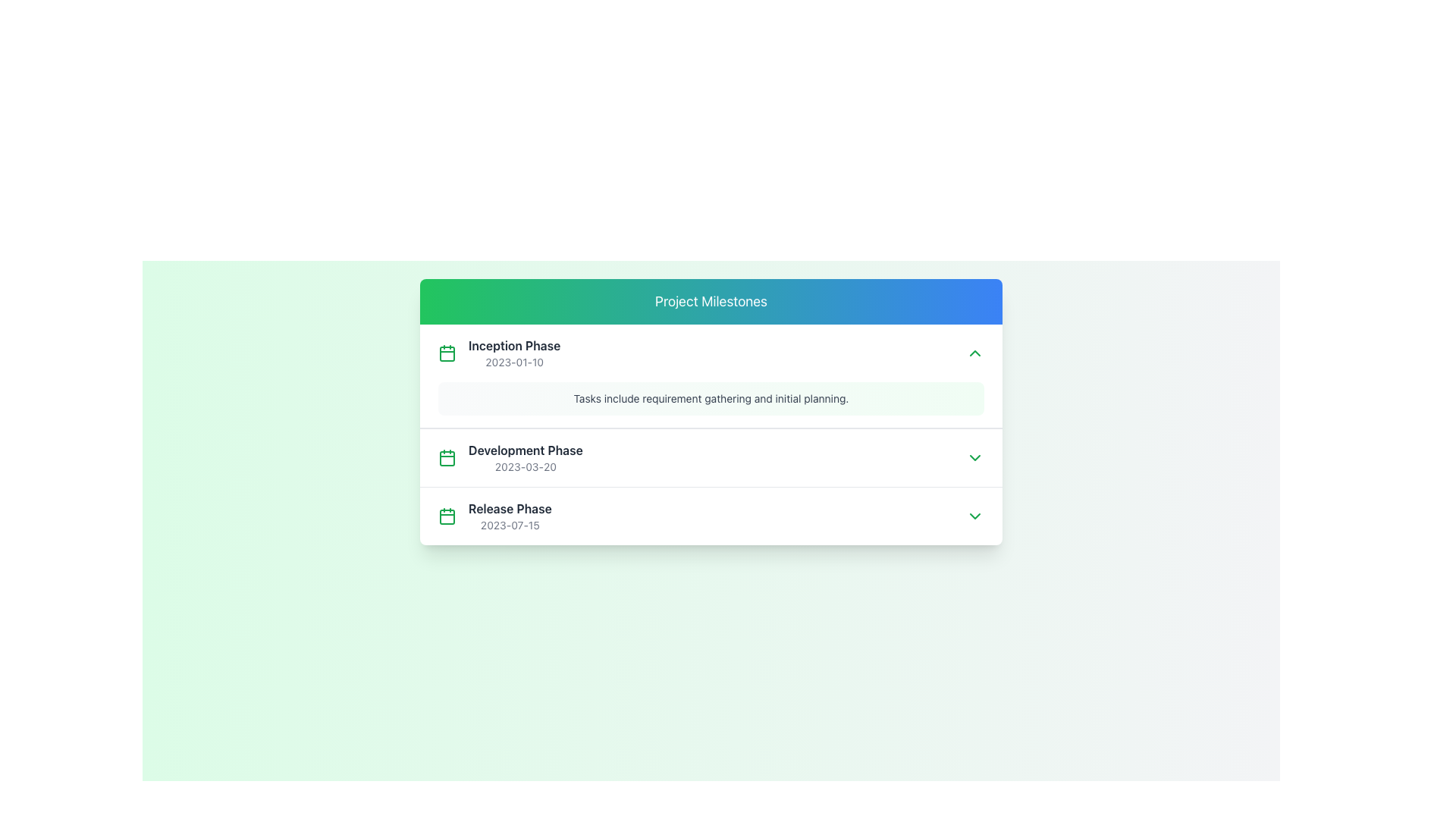 The height and width of the screenshot is (819, 1456). I want to click on the text label displaying the date '2023-07-15', which is styled in a smaller font and light gray color, located below the 'Release Phase' header in the 'Project Milestones' panel, so click(510, 525).